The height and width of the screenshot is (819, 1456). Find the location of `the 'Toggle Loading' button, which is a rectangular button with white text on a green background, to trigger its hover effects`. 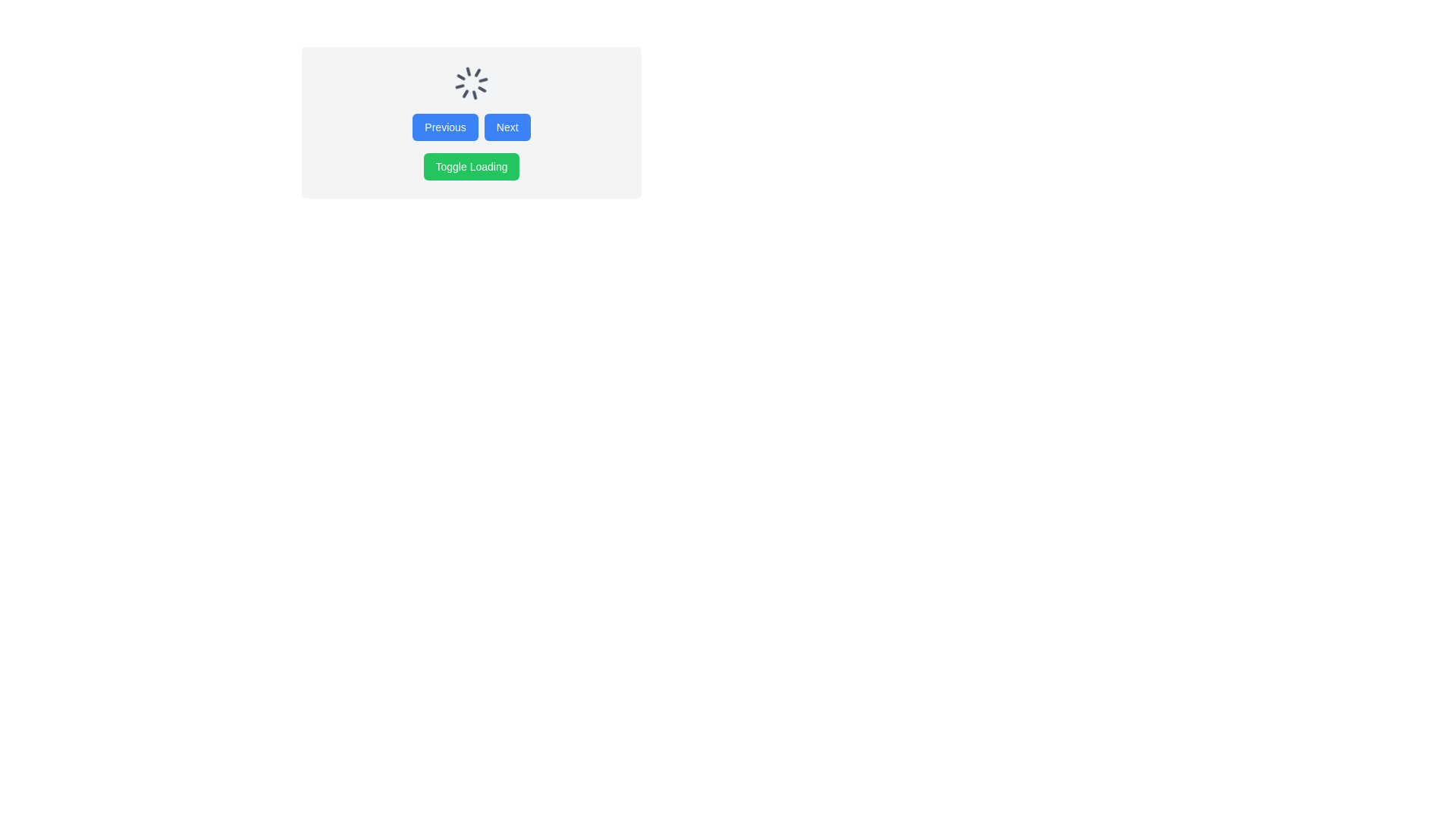

the 'Toggle Loading' button, which is a rectangular button with white text on a green background, to trigger its hover effects is located at coordinates (471, 166).